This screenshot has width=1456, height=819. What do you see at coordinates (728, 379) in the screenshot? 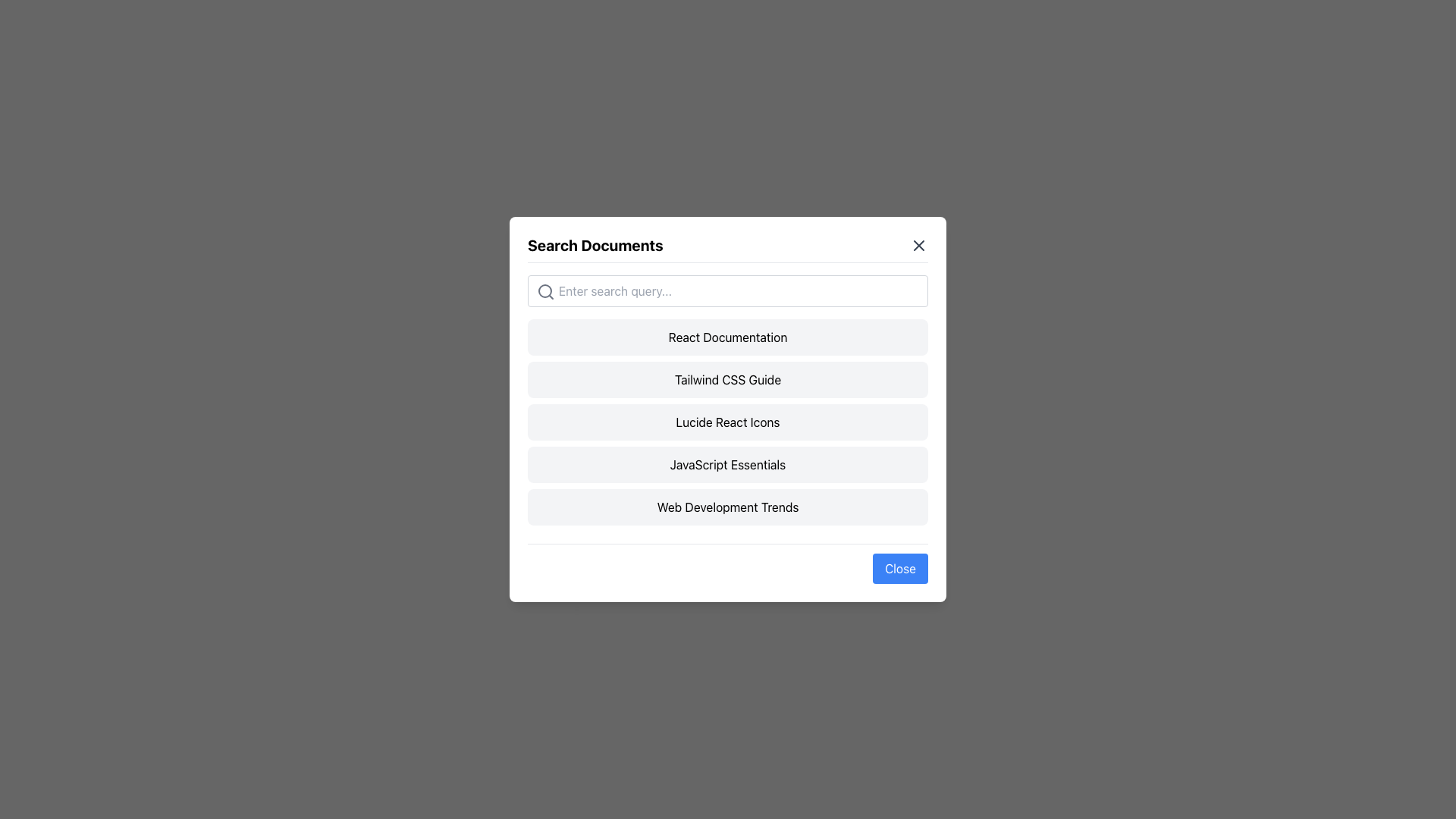
I see `the 'Tailwind CSS Guide' button located in the modal titled 'Search Documents', which is styled with a light gray background and changes to light blue on hover` at bounding box center [728, 379].